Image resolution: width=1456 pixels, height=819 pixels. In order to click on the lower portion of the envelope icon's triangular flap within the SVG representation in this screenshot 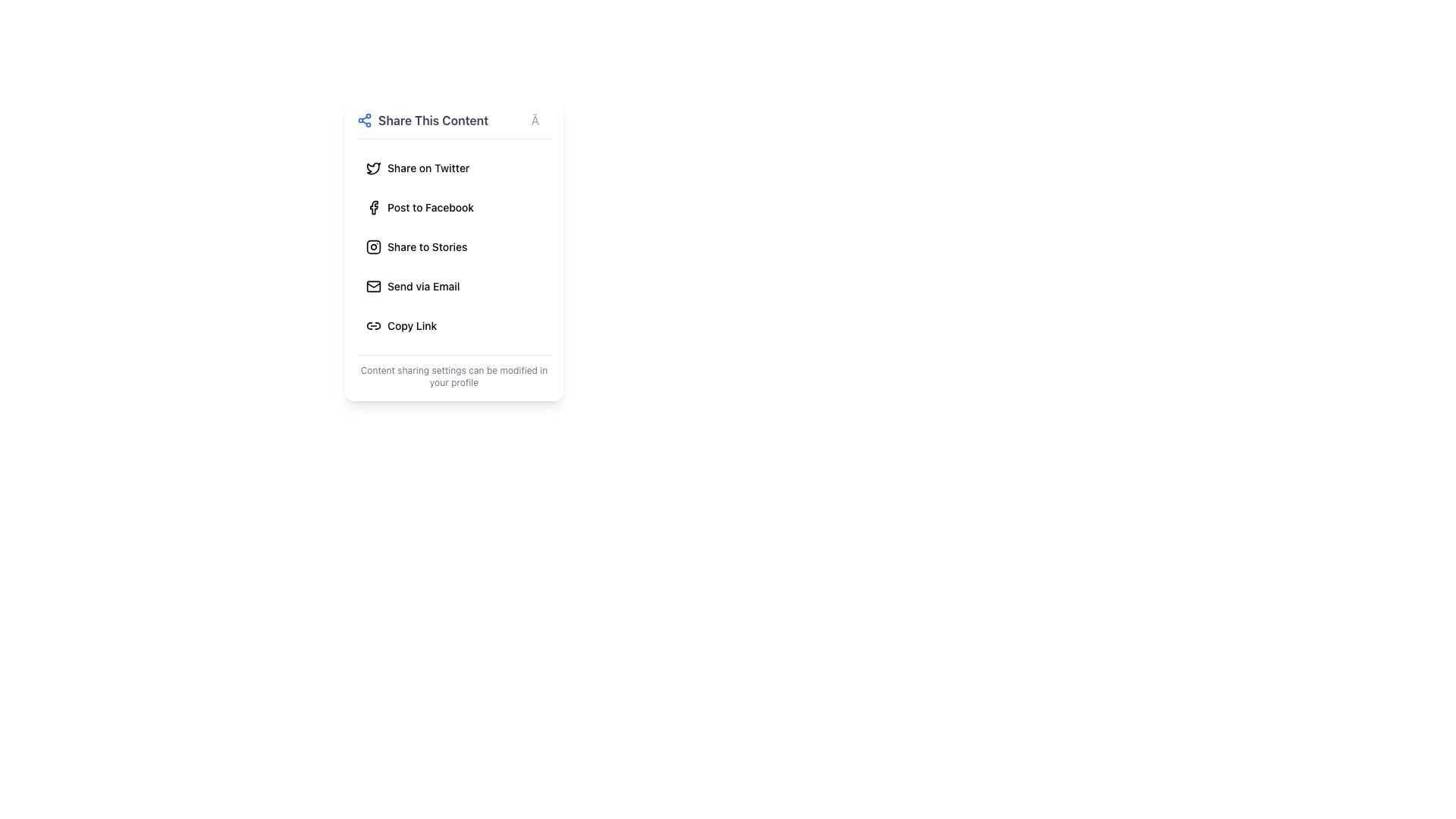, I will do `click(374, 284)`.